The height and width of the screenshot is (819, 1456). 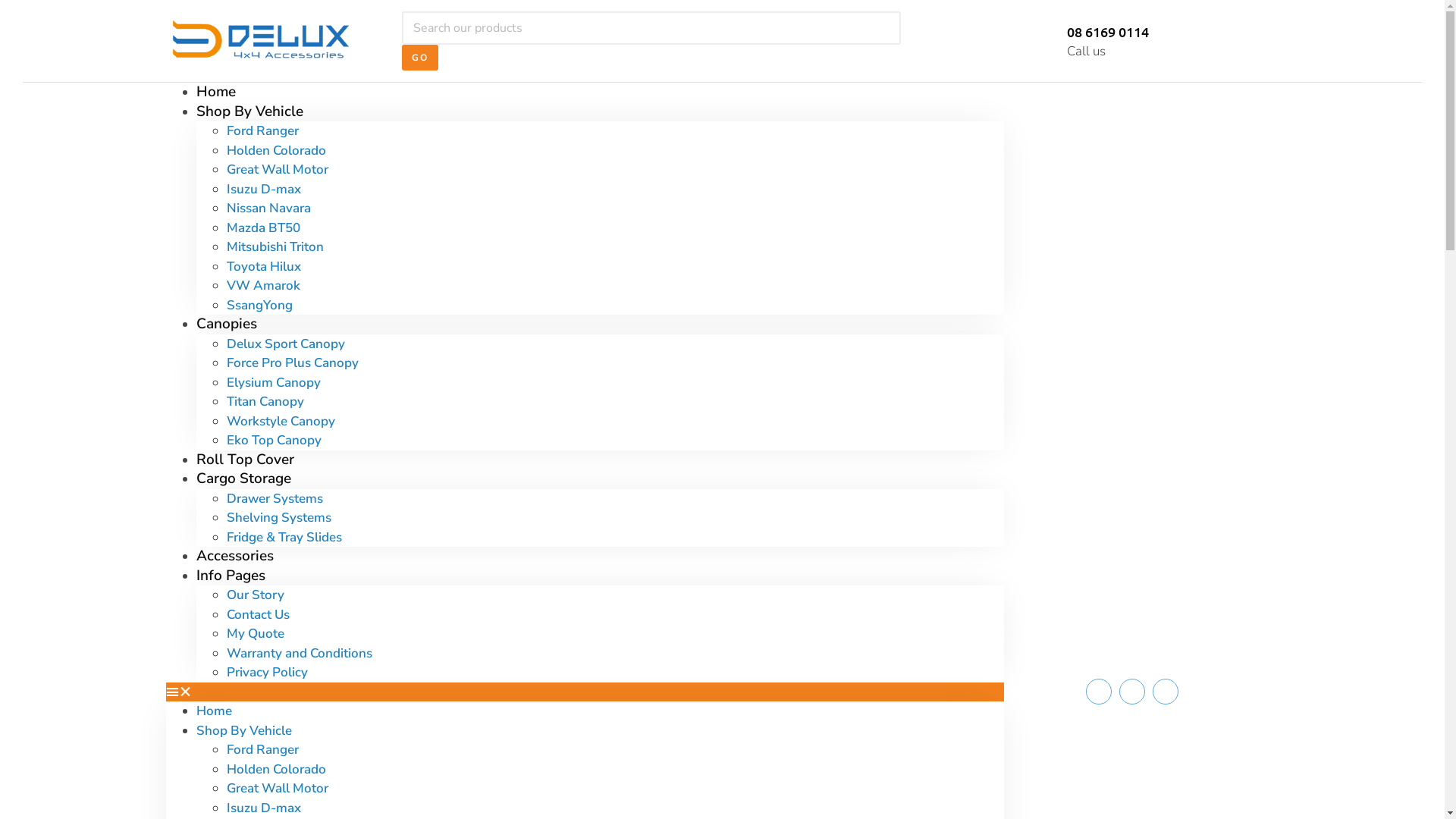 What do you see at coordinates (1107, 31) in the screenshot?
I see `'08 6169 0114'` at bounding box center [1107, 31].